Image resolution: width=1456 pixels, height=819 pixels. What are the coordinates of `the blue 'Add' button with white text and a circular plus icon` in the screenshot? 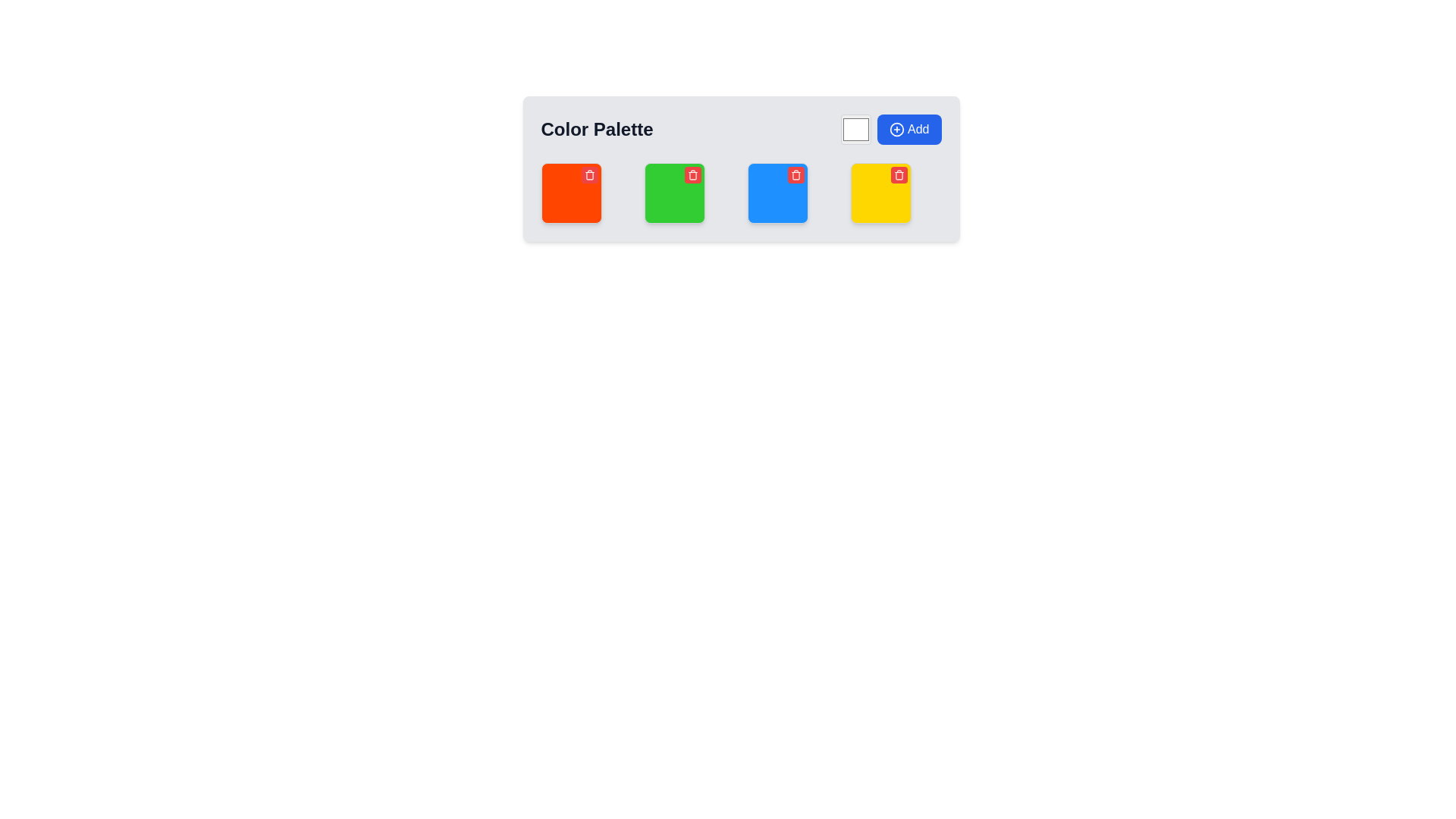 It's located at (909, 128).